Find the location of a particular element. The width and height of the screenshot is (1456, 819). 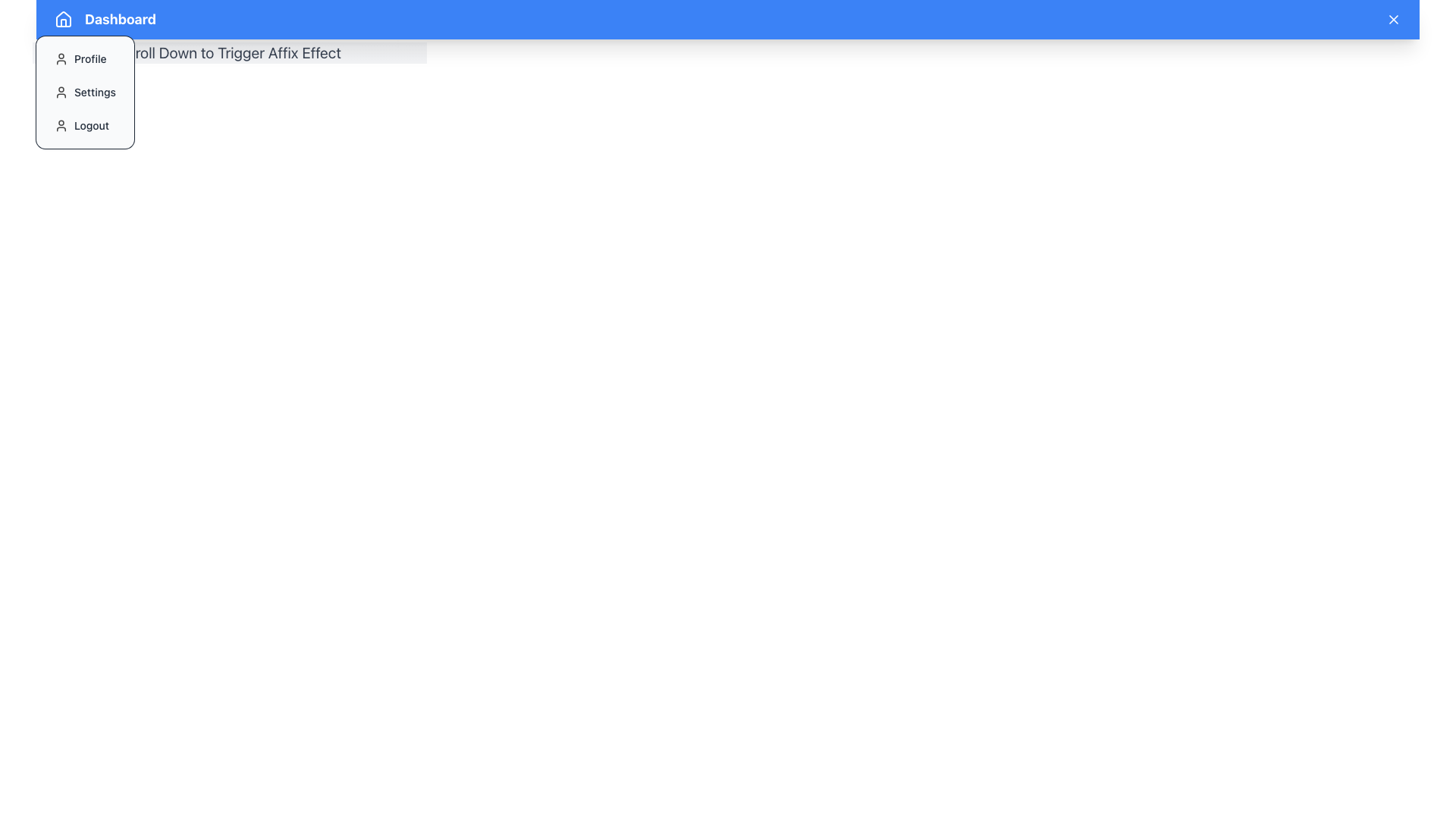

the close icon ('X') located in the top-right corner of the interface to possibly reveal a tooltip is located at coordinates (1394, 20).